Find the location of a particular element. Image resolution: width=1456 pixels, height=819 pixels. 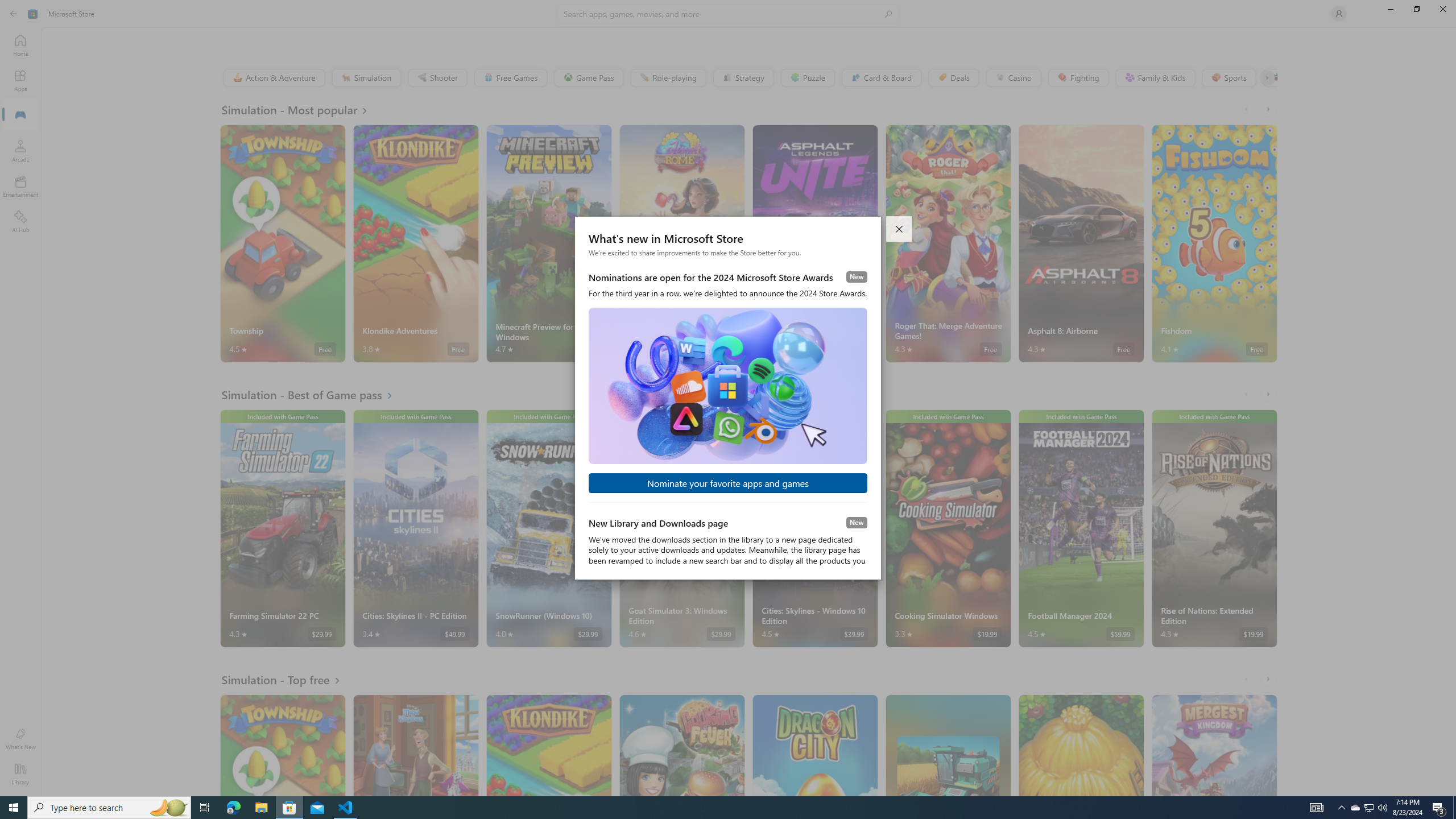

'Dragon City. Average rating of 4.5 out of five stars. Free  ' is located at coordinates (814, 744).